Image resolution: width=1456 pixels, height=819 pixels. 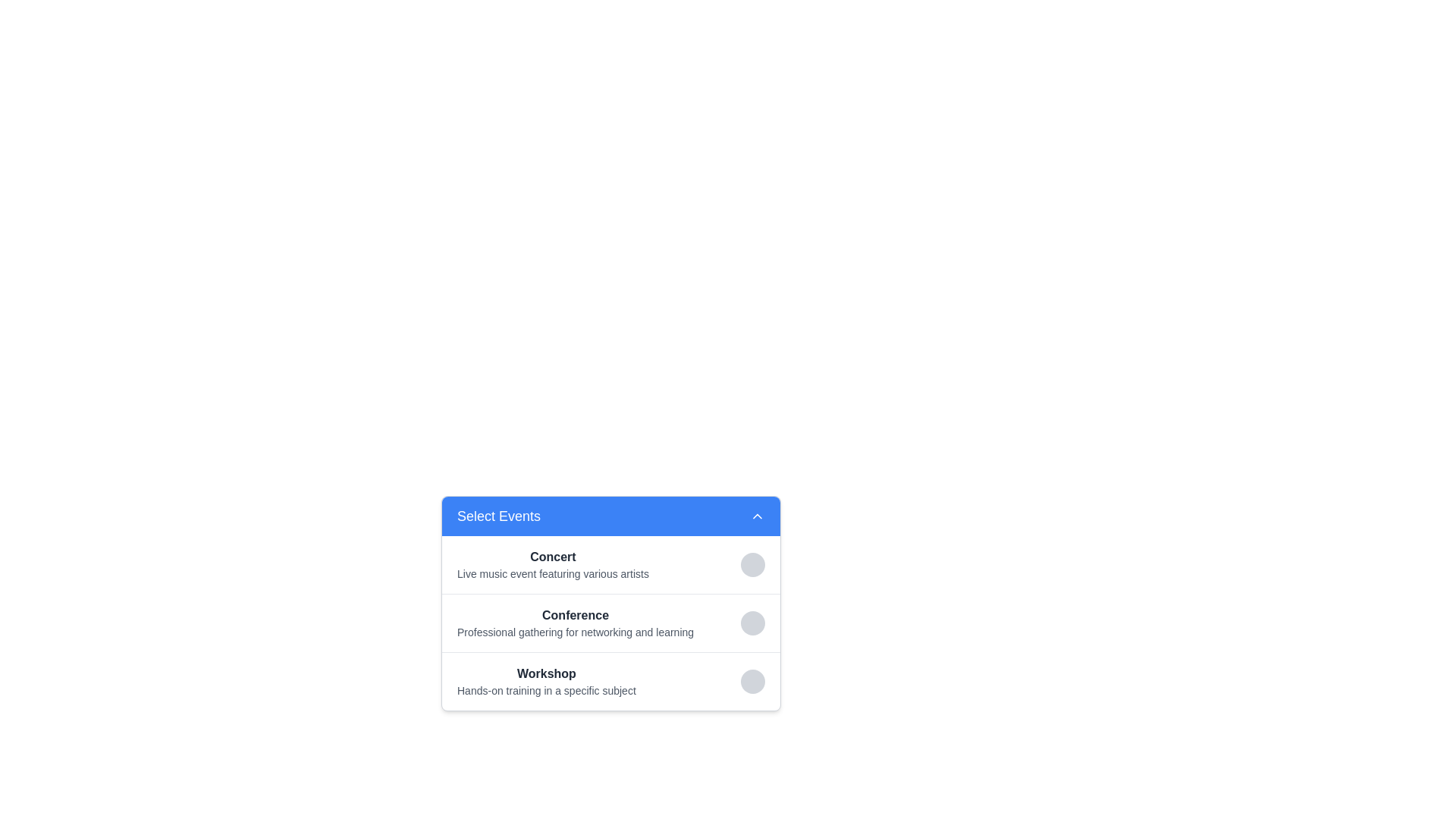 I want to click on the text label titled 'Workshop' which is the third item in the list under 'Select Events', featuring a bold dark gray title and a smaller lighter gray description beneath it, so click(x=546, y=680).